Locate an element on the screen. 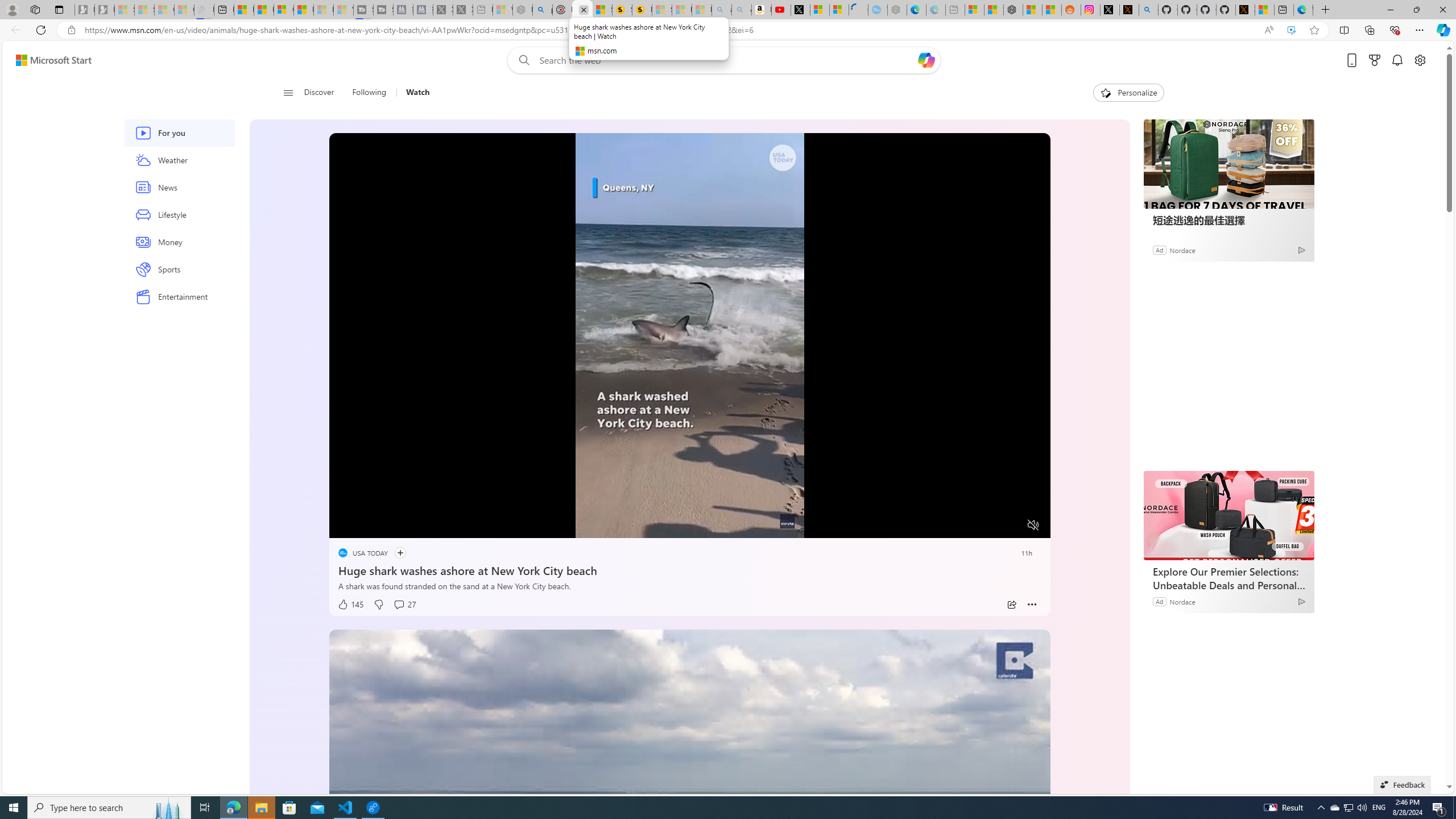 The height and width of the screenshot is (819, 1456). 'github - Search' is located at coordinates (1148, 9).